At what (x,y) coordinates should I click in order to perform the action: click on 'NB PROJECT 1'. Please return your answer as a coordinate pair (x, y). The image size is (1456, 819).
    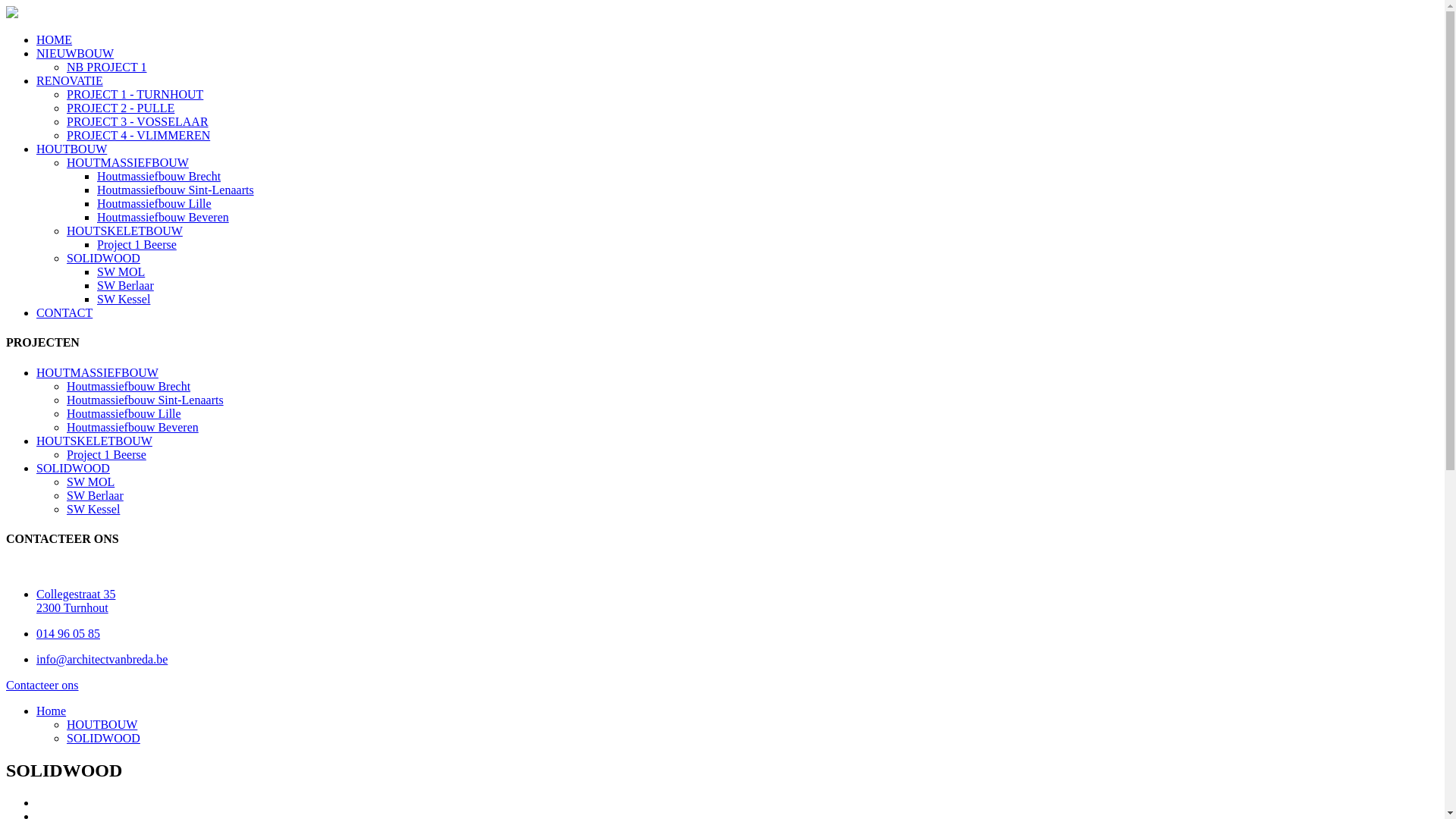
    Looking at the image, I should click on (105, 66).